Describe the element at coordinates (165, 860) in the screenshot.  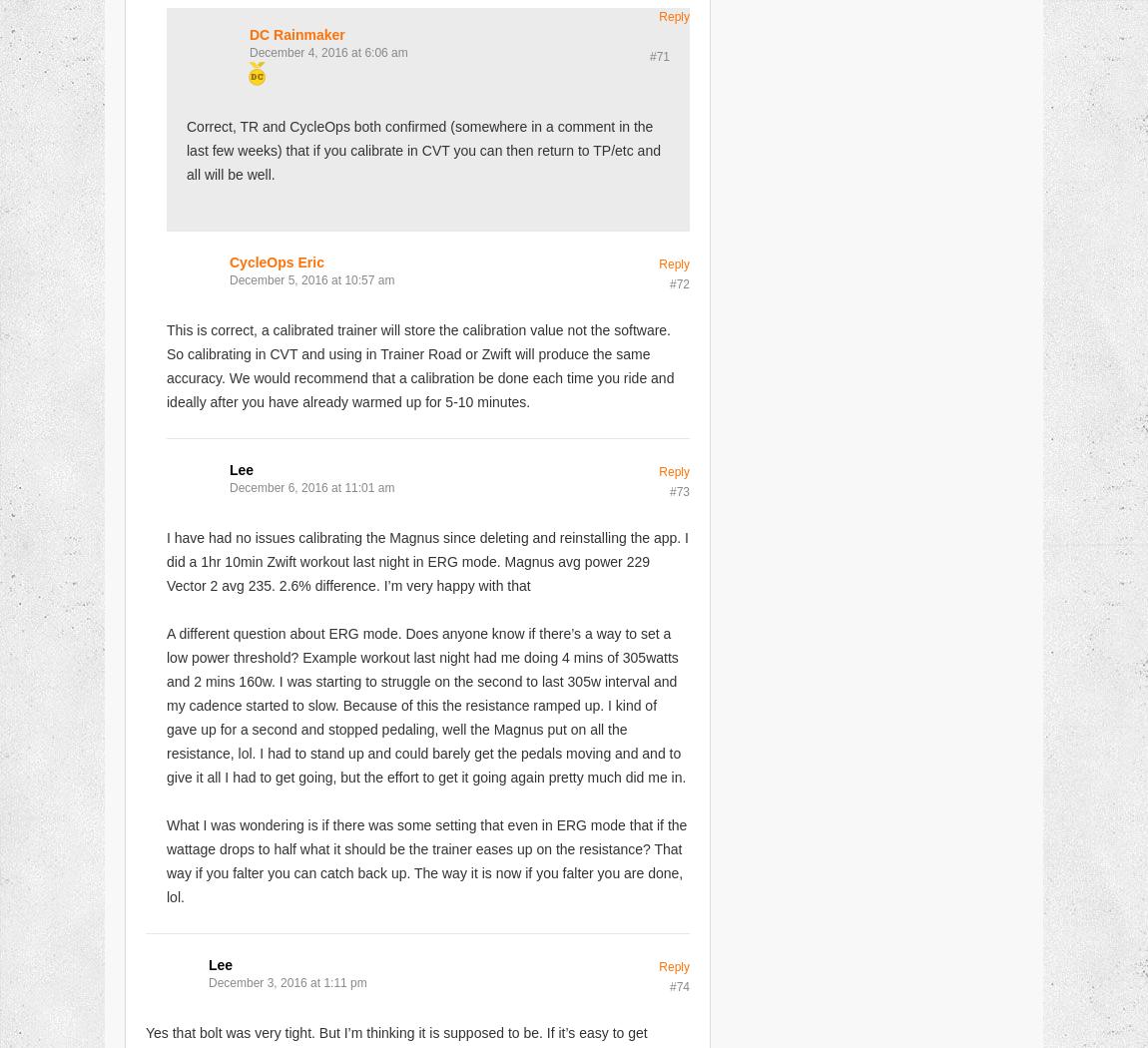
I see `'What I was wondering is if there was some setting that even in ERG mode that if the wattage drops to half what it should be the trainer eases up on the resistance? That way if you falter you can catch back up. The way it is now if you falter you are done, lol.'` at that location.